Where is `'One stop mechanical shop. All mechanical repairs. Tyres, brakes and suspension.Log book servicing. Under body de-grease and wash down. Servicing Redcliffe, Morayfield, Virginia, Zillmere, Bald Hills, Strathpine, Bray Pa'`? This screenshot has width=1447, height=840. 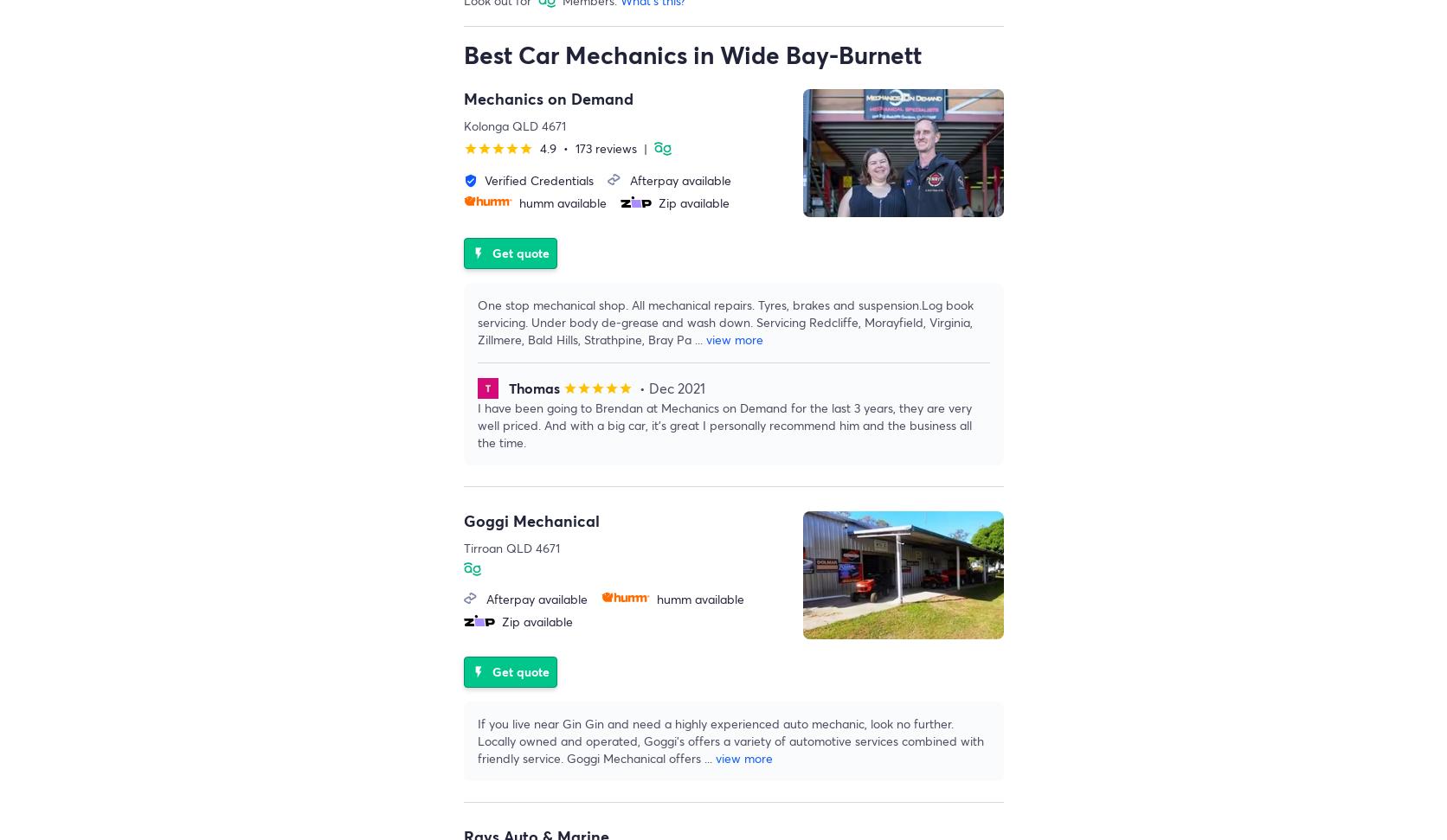
'One stop mechanical shop. All mechanical repairs. Tyres, brakes and suspension.Log book servicing. Under body de-grease and wash down. Servicing Redcliffe, Morayfield, Virginia, Zillmere, Bald Hills, Strathpine, Bray Pa' is located at coordinates (476, 322).